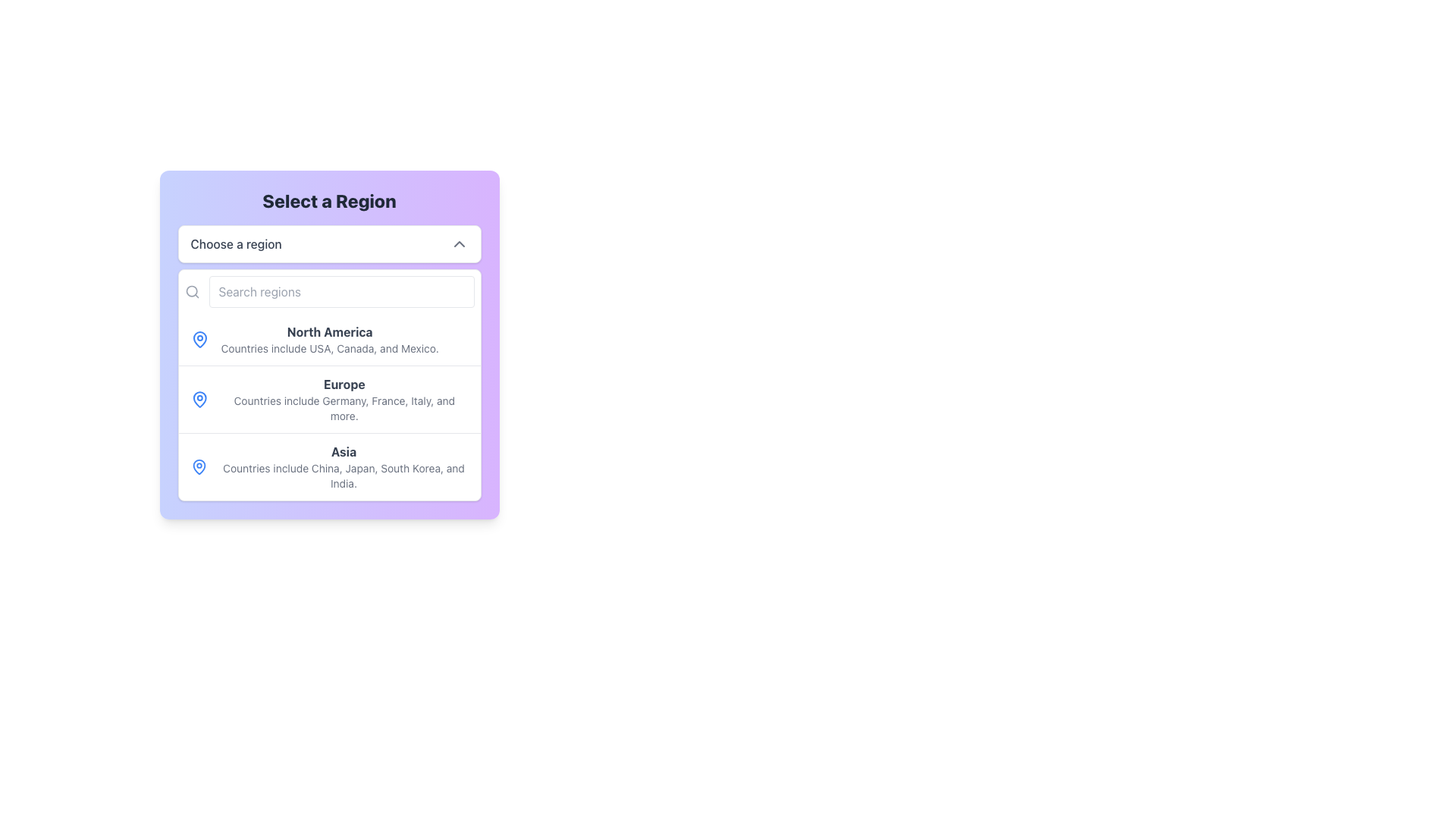 This screenshot has width=1456, height=819. Describe the element at coordinates (328, 406) in the screenshot. I see `the second item in the dropdown list displaying information about the 'Europe' region, positioned between 'North America' and 'Asia'` at that location.